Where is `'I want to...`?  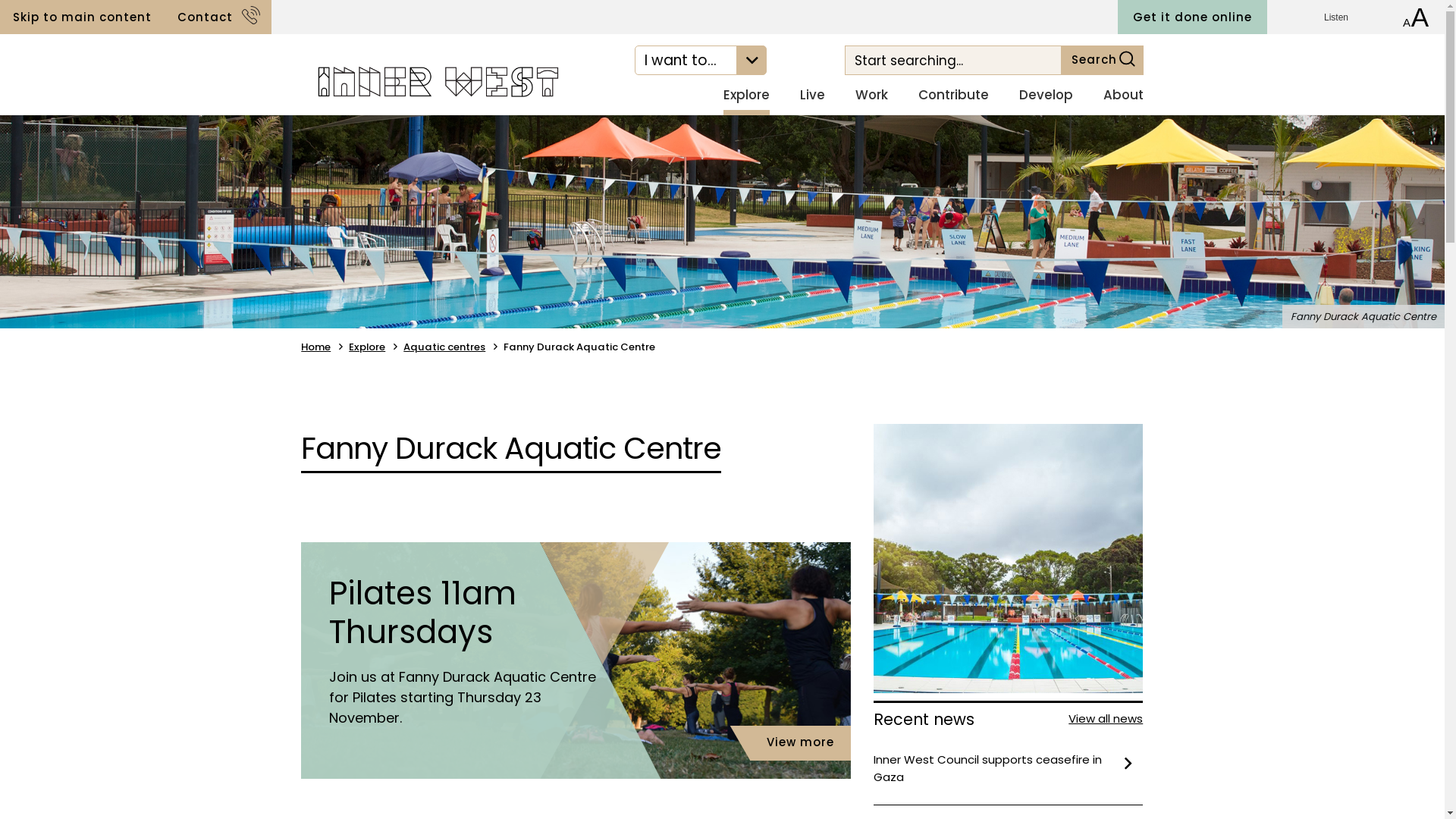 'I want to... is located at coordinates (700, 59).